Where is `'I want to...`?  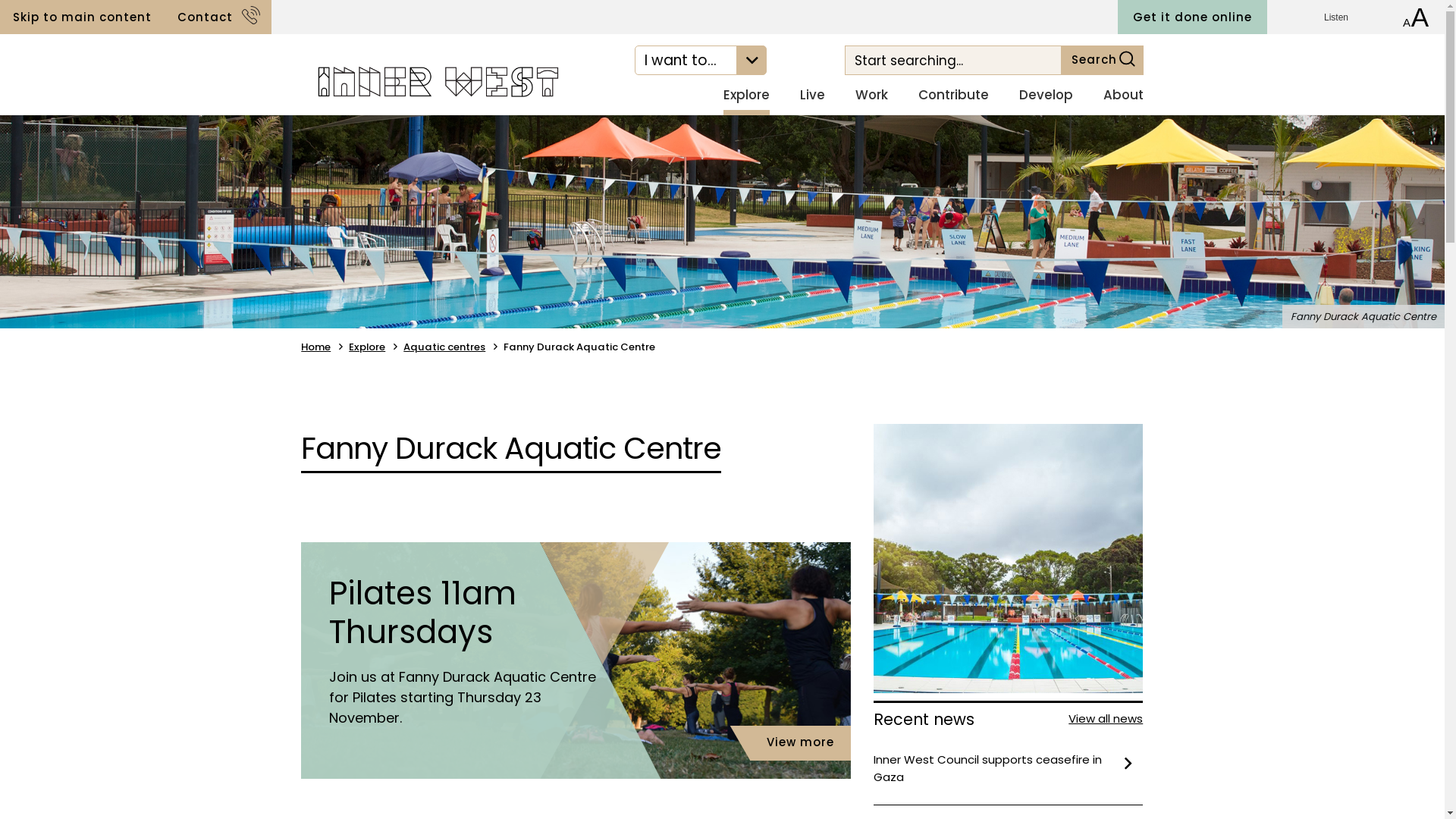 'I want to... is located at coordinates (700, 59).